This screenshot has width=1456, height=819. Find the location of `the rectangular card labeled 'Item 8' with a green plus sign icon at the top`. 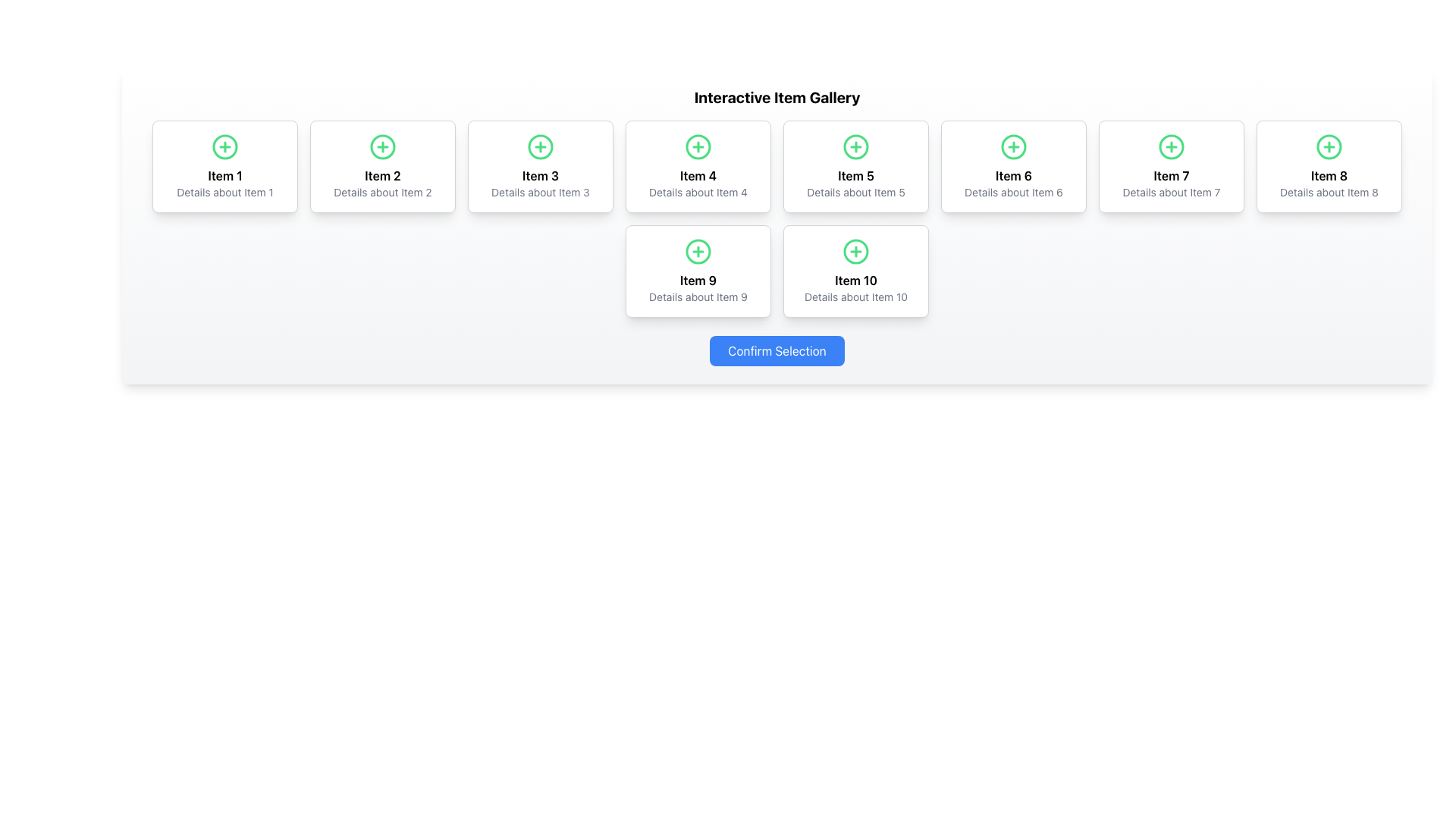

the rectangular card labeled 'Item 8' with a green plus sign icon at the top is located at coordinates (1328, 166).